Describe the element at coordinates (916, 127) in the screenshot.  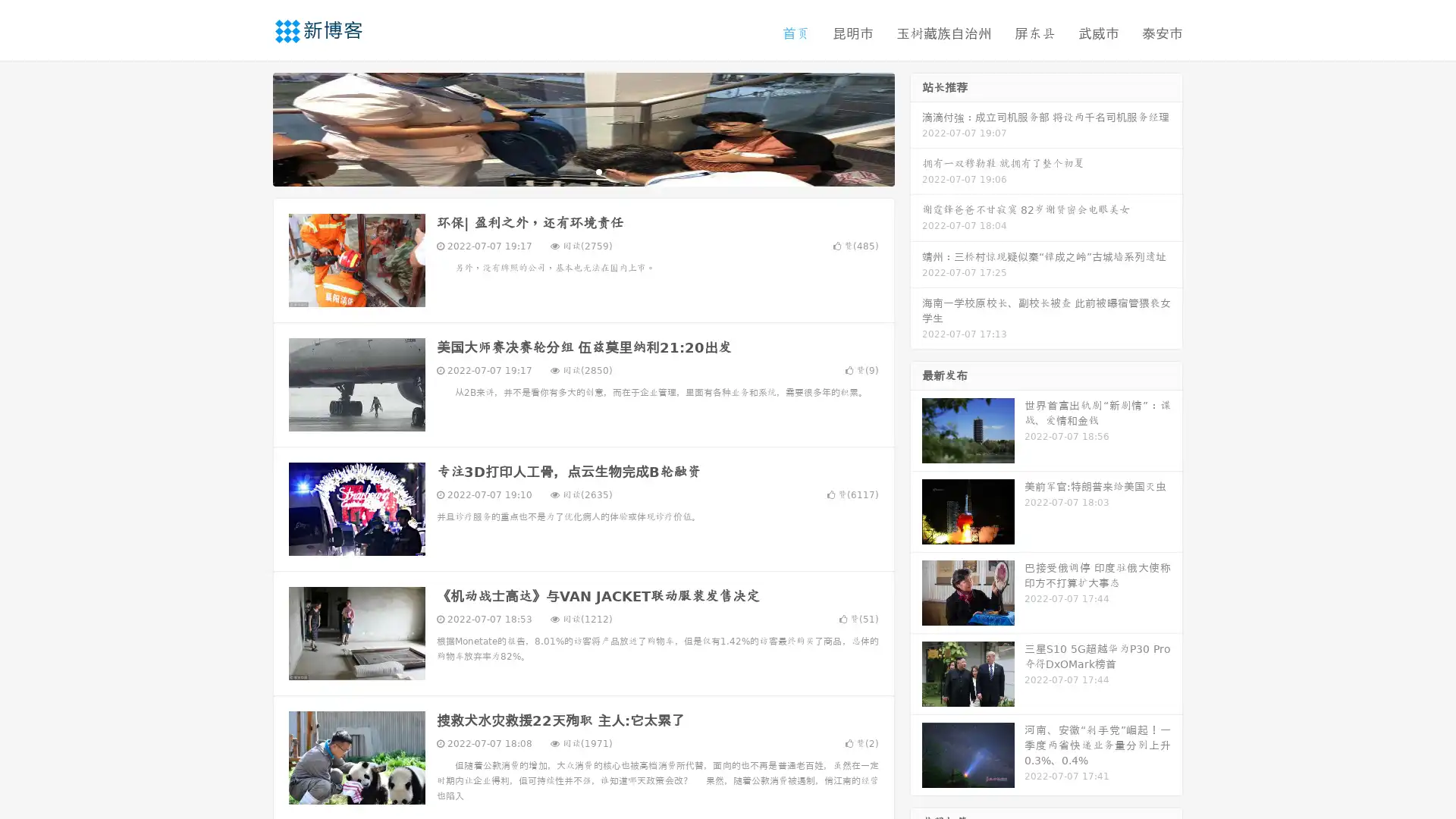
I see `Next slide` at that location.